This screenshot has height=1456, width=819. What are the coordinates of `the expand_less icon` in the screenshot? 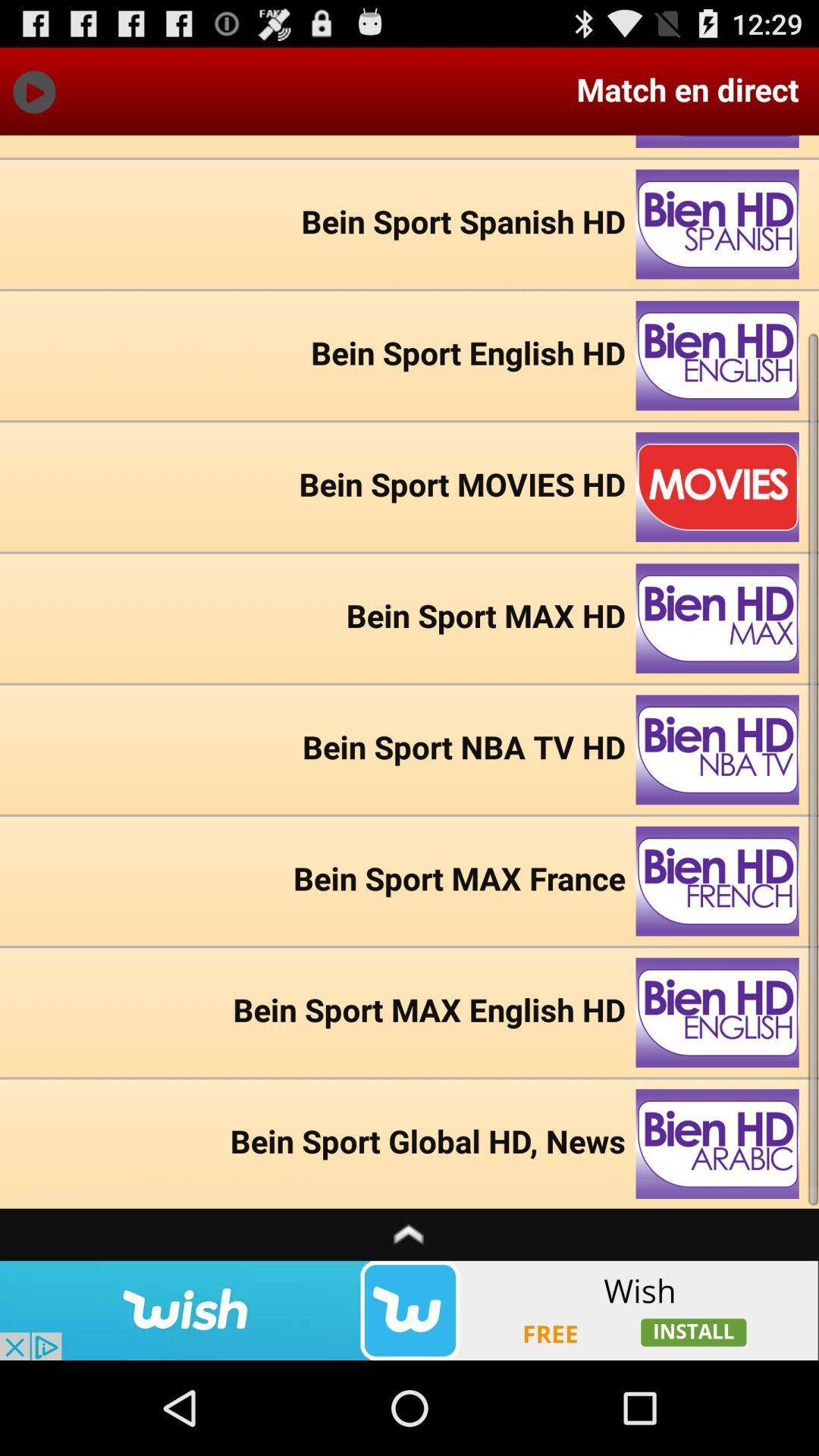 It's located at (409, 1320).